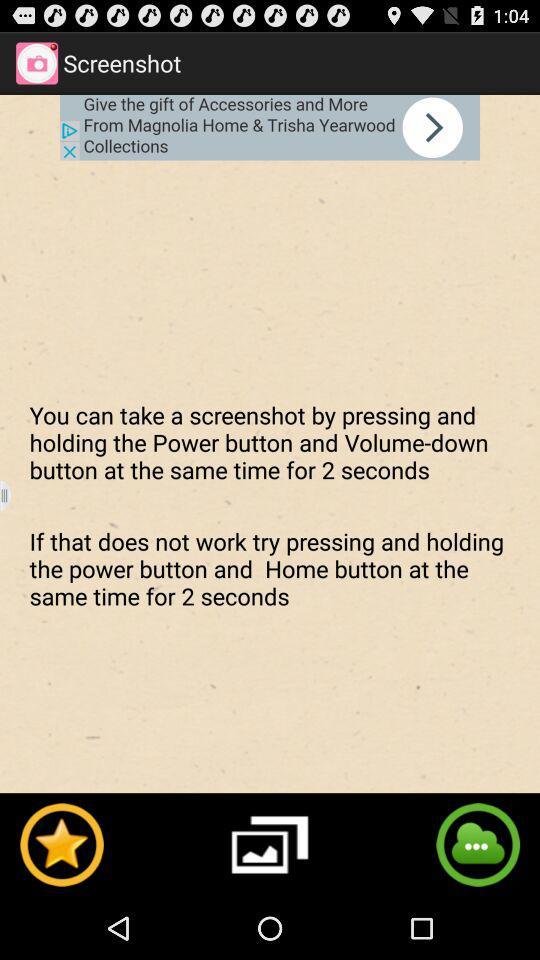  I want to click on cloud storage link, so click(477, 843).